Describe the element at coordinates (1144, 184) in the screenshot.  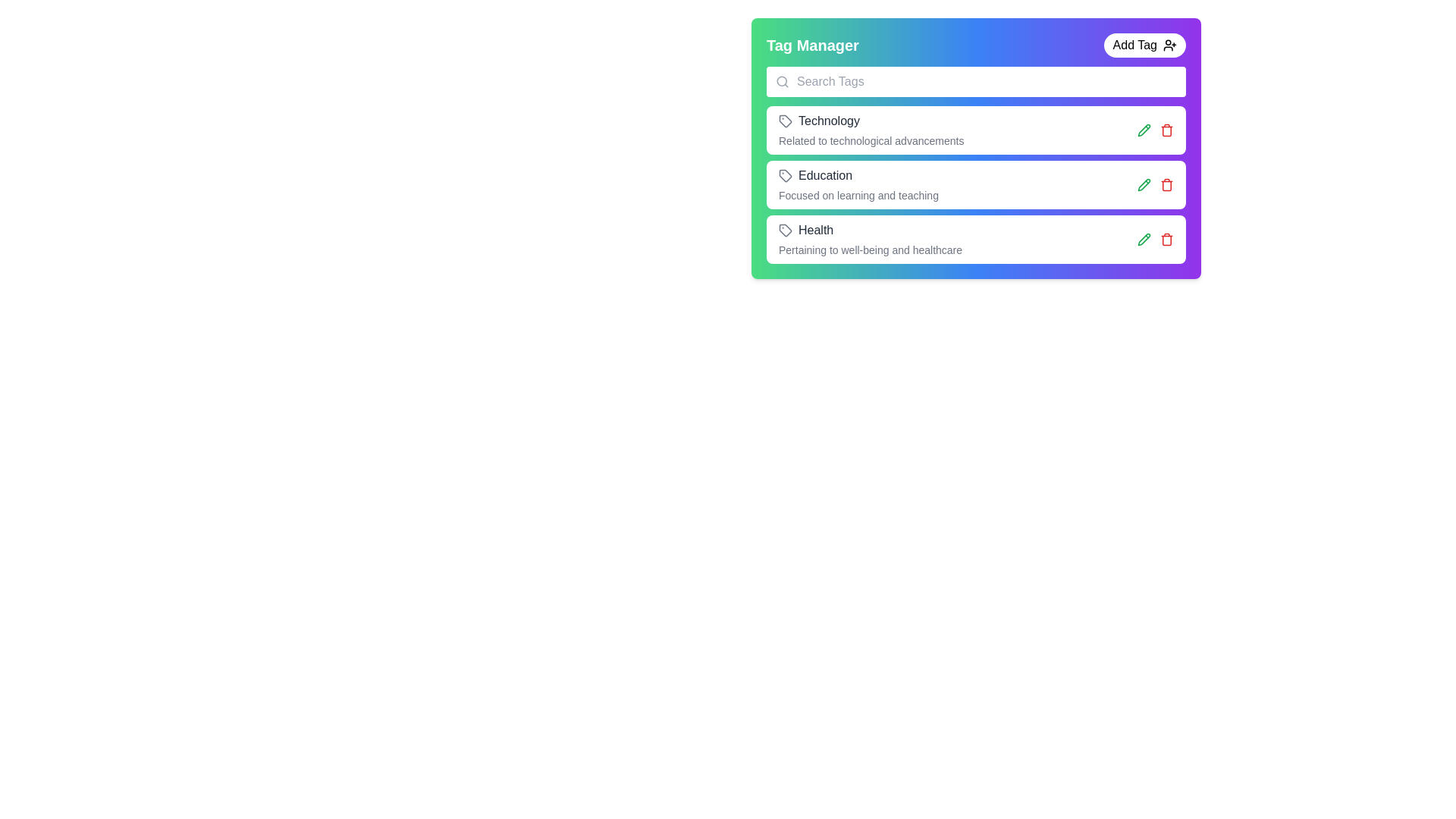
I see `the 'Edit' Icon button located at the right side of the 'Education' tag row to enter edit mode for modifying the details of the associated tag` at that location.